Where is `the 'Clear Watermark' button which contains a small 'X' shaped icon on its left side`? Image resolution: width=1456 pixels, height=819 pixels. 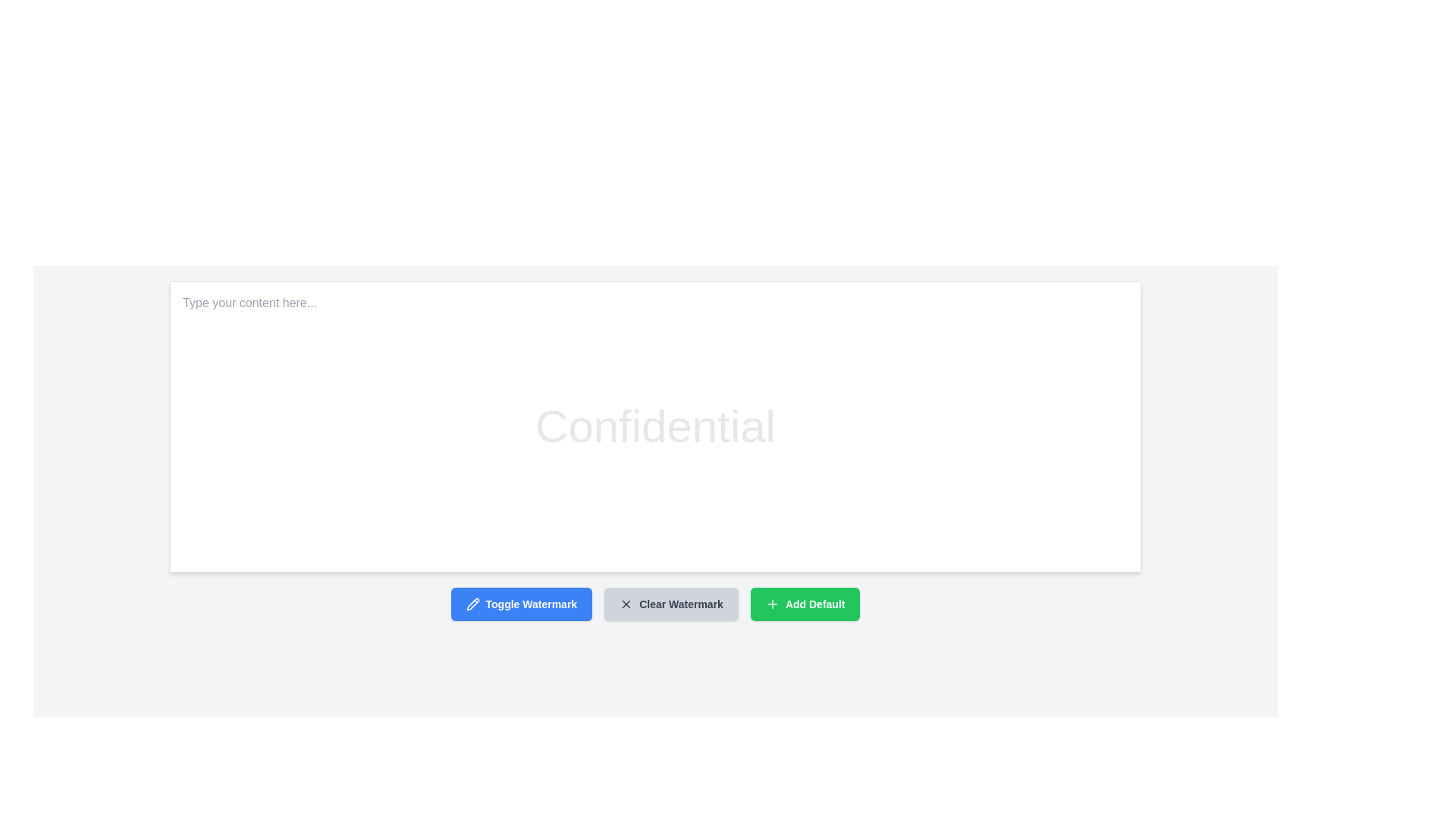 the 'Clear Watermark' button which contains a small 'X' shaped icon on its left side is located at coordinates (626, 604).